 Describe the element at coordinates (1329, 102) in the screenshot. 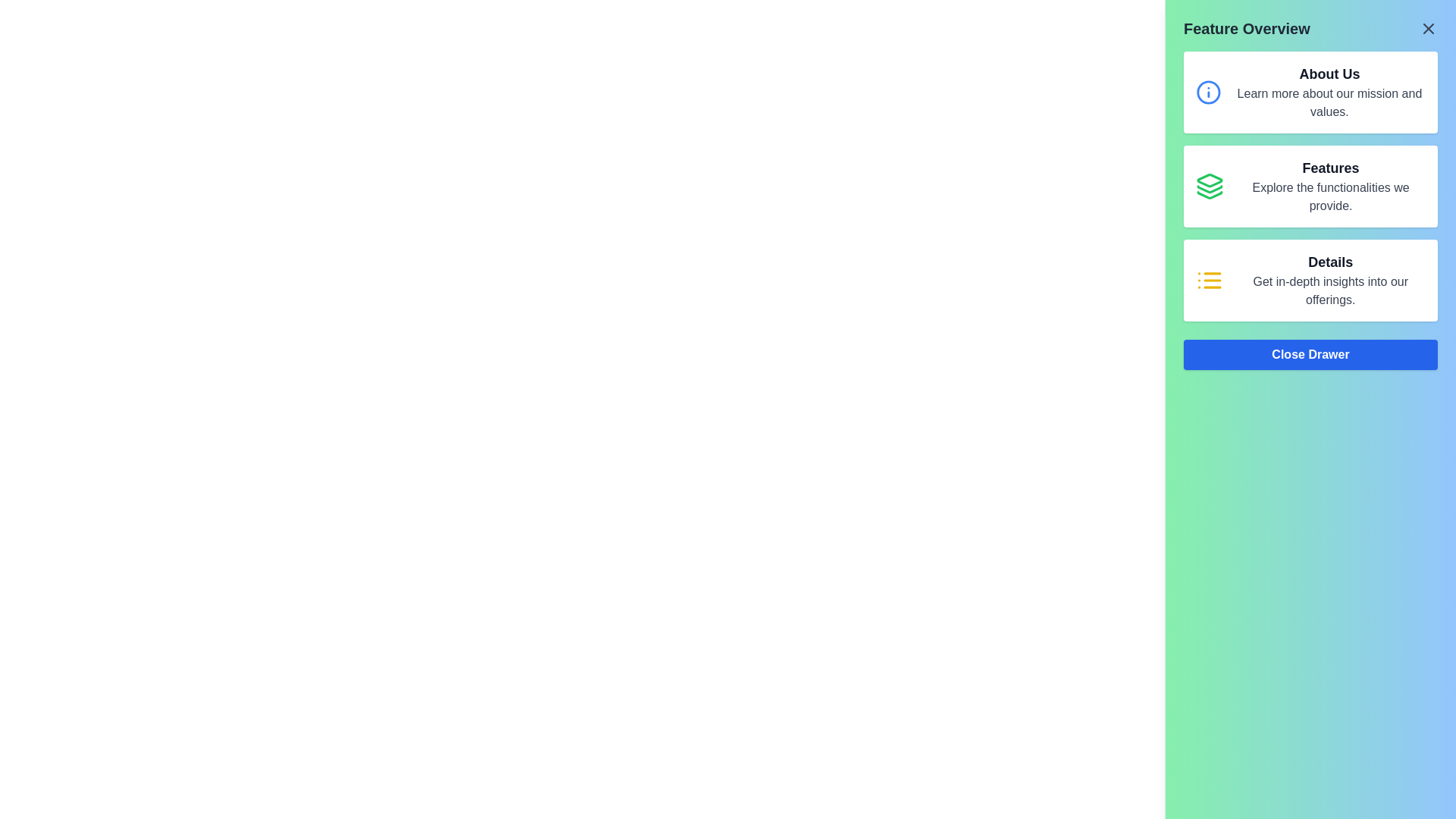

I see `text label stating 'Learn more about our mission and values.' which is styled in gray font and positioned below the 'About Us' header in the top card of the feature overview drawer` at that location.